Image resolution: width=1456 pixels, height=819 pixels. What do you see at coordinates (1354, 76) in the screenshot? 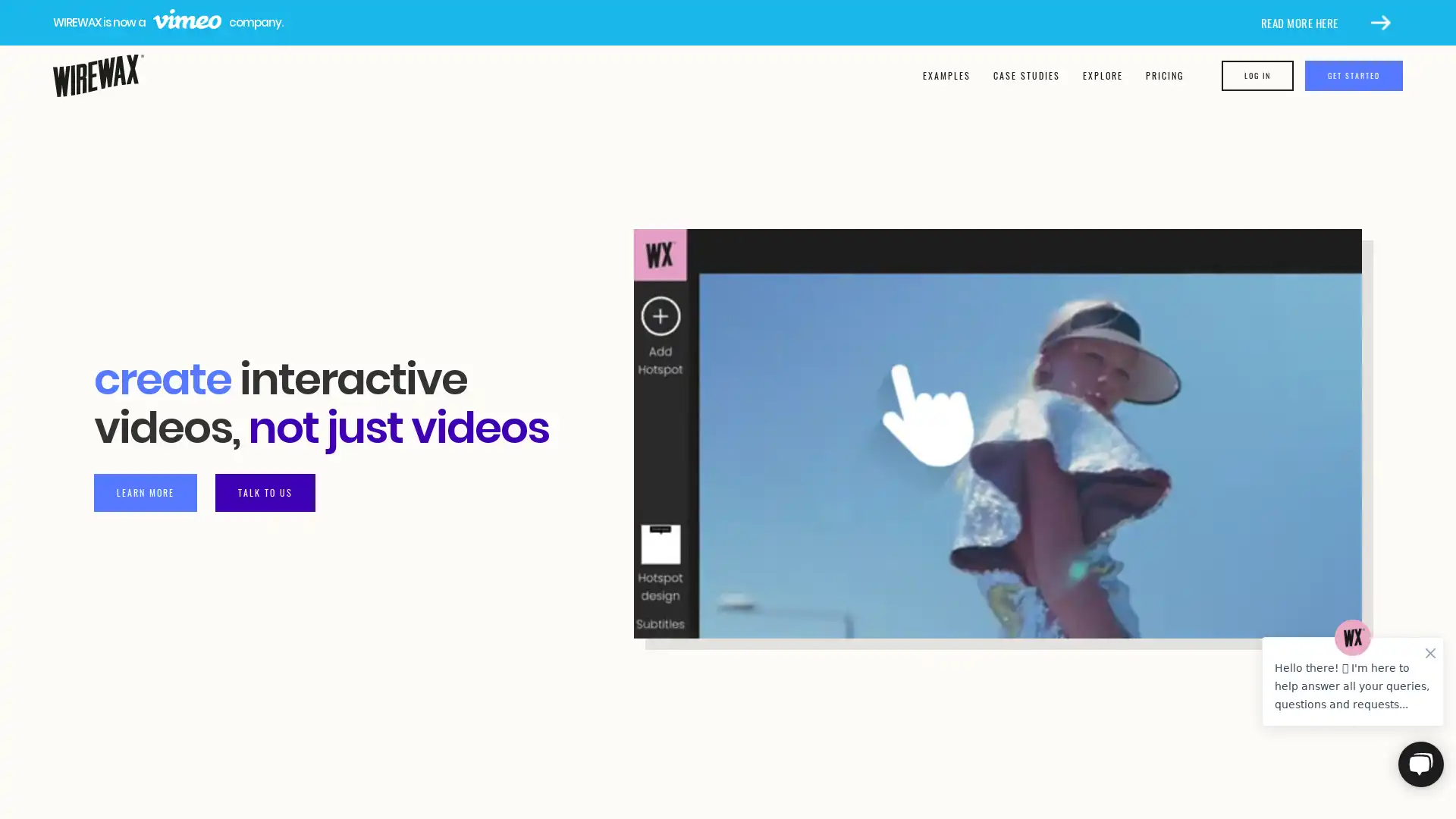
I see `GET STARTED` at bounding box center [1354, 76].